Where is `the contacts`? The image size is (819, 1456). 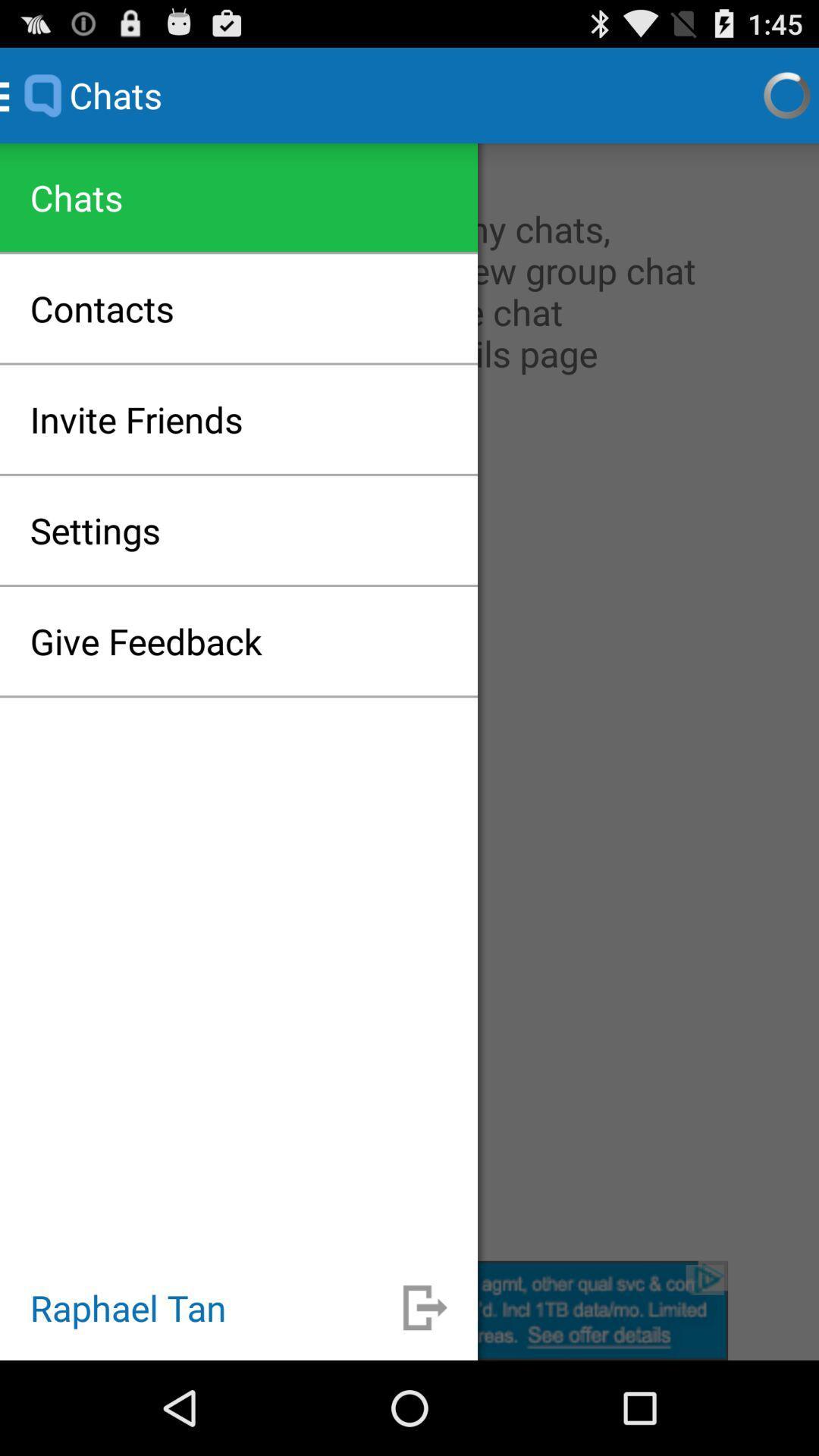
the contacts is located at coordinates (102, 307).